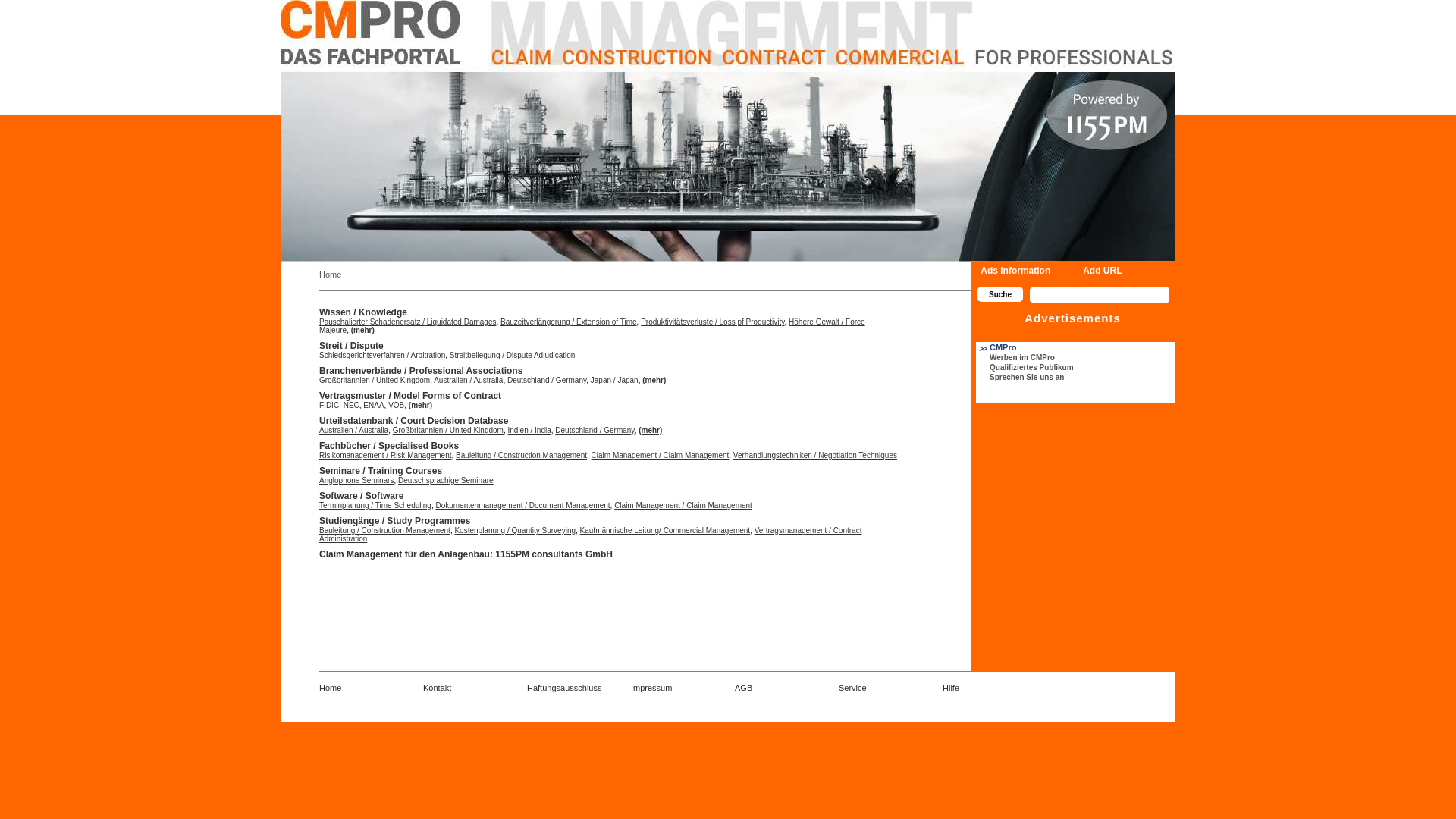  What do you see at coordinates (814, 454) in the screenshot?
I see `'Verhandlungstechniken / Negotiation Techniques'` at bounding box center [814, 454].